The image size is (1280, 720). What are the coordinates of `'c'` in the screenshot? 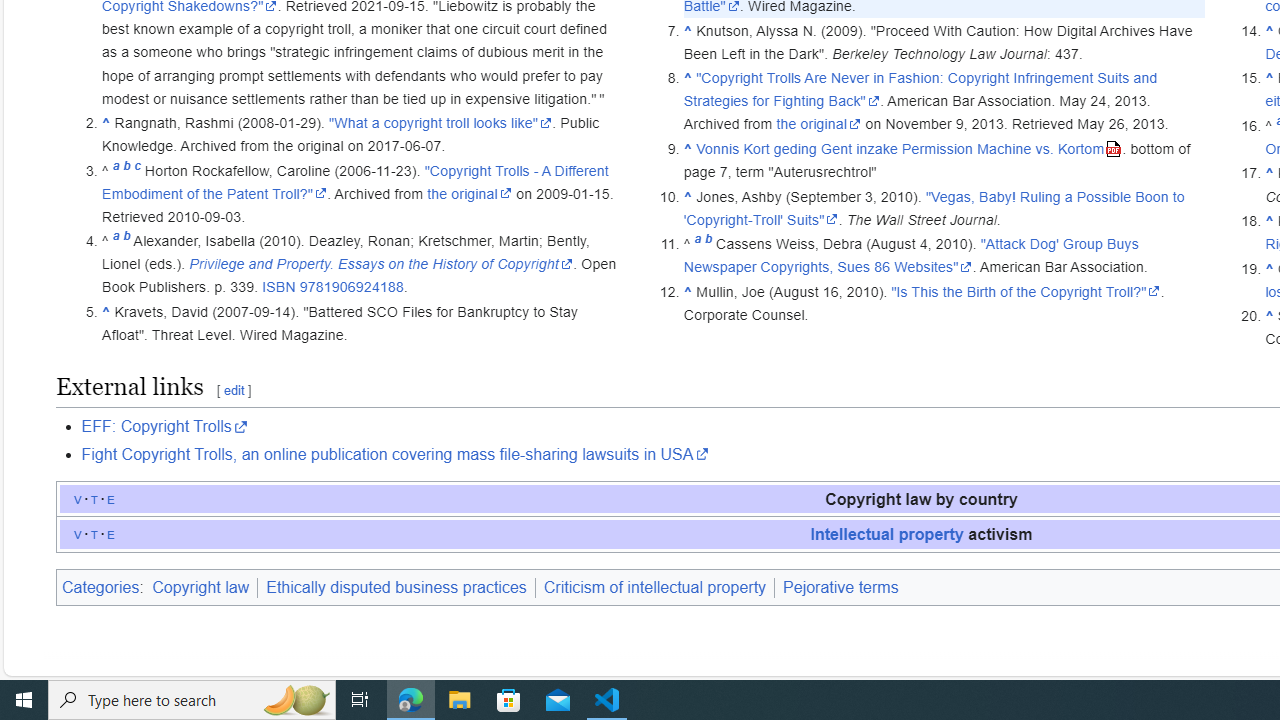 It's located at (136, 169).